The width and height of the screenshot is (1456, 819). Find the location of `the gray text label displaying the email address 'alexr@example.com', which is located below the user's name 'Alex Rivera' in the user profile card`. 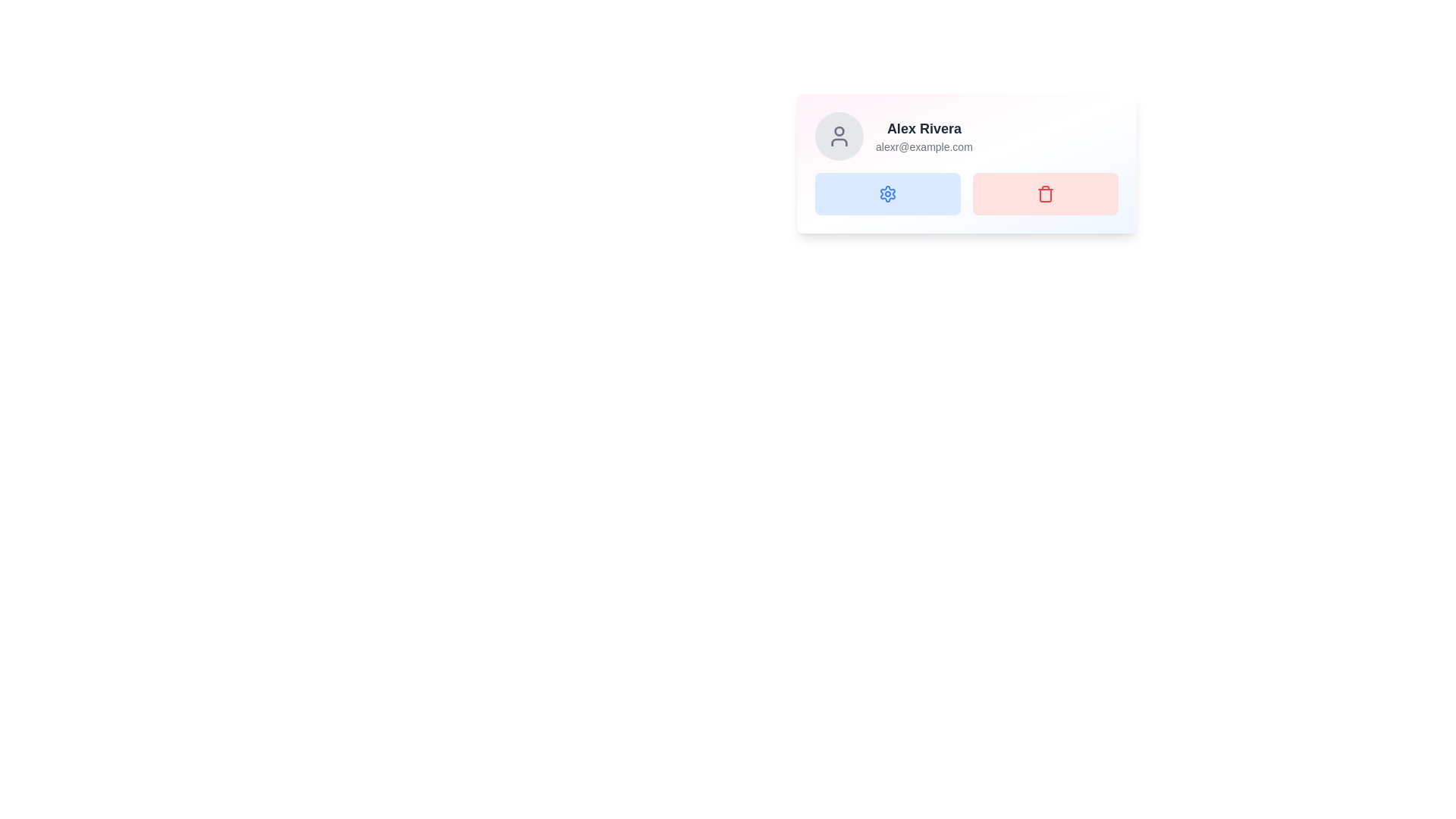

the gray text label displaying the email address 'alexr@example.com', which is located below the user's name 'Alex Rivera' in the user profile card is located at coordinates (923, 146).